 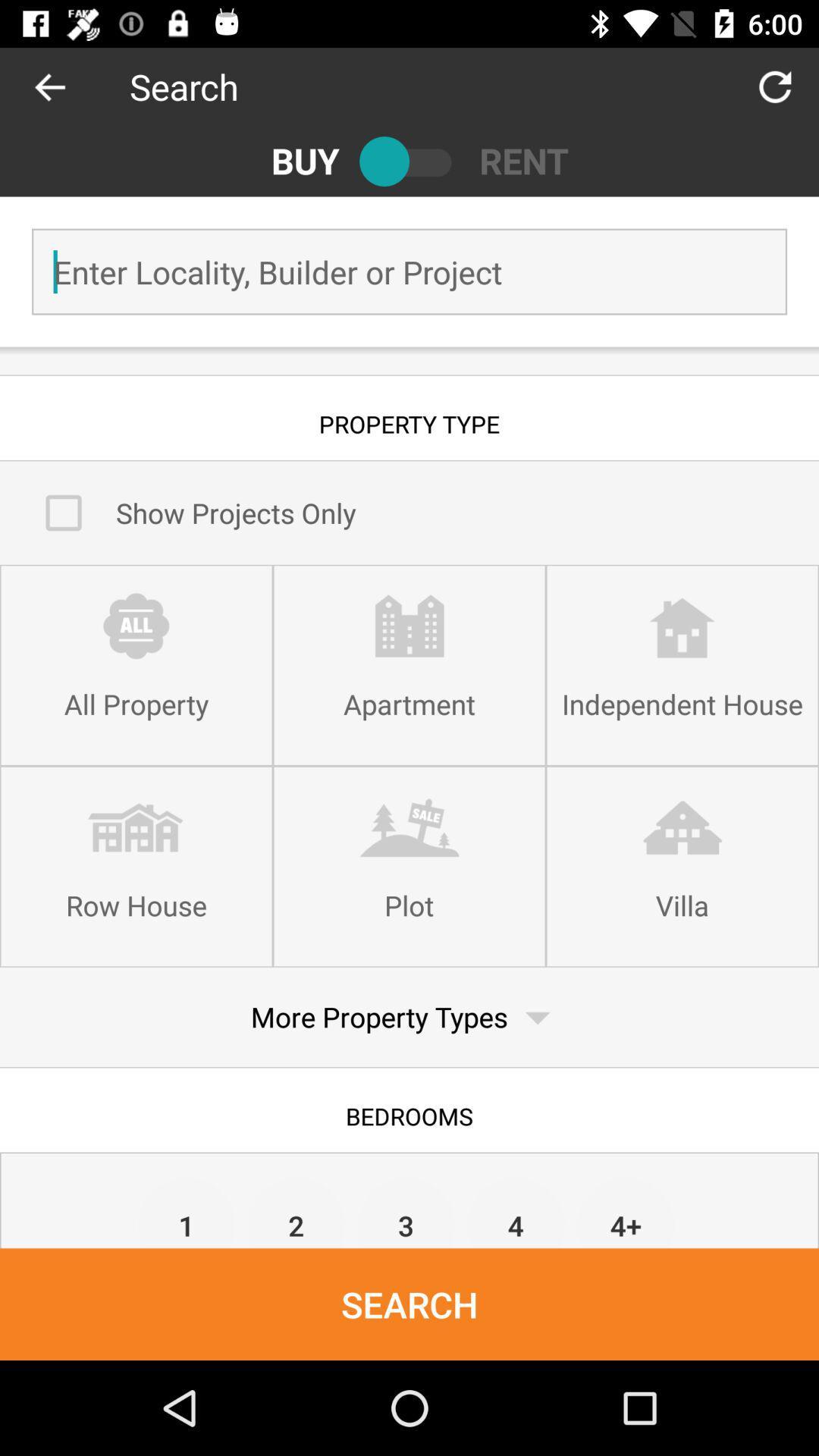 I want to click on item below bedrooms, so click(x=297, y=1211).